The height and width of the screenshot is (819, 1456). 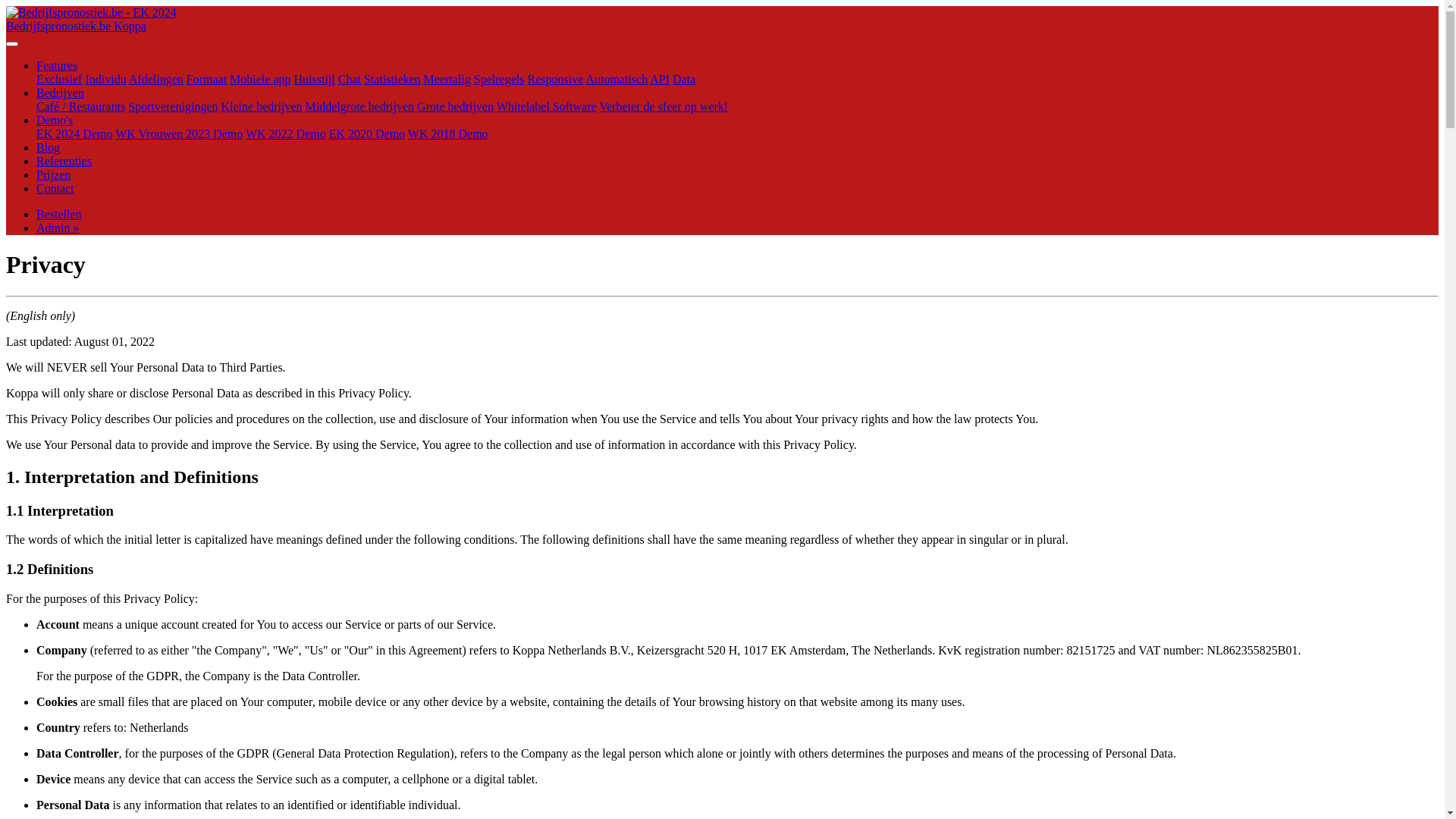 What do you see at coordinates (57, 64) in the screenshot?
I see `'Features'` at bounding box center [57, 64].